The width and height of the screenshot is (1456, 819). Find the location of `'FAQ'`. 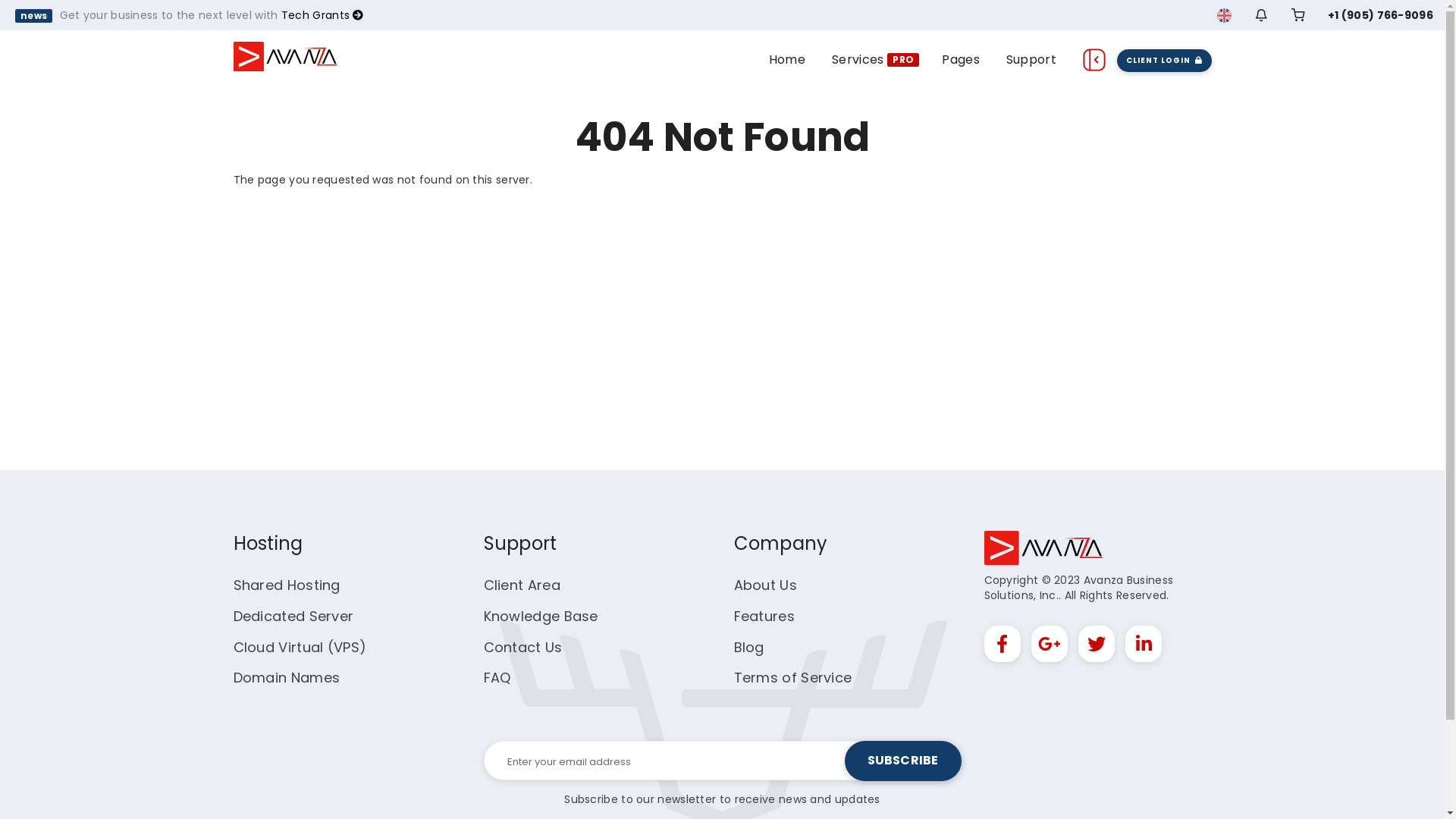

'FAQ' is located at coordinates (497, 676).